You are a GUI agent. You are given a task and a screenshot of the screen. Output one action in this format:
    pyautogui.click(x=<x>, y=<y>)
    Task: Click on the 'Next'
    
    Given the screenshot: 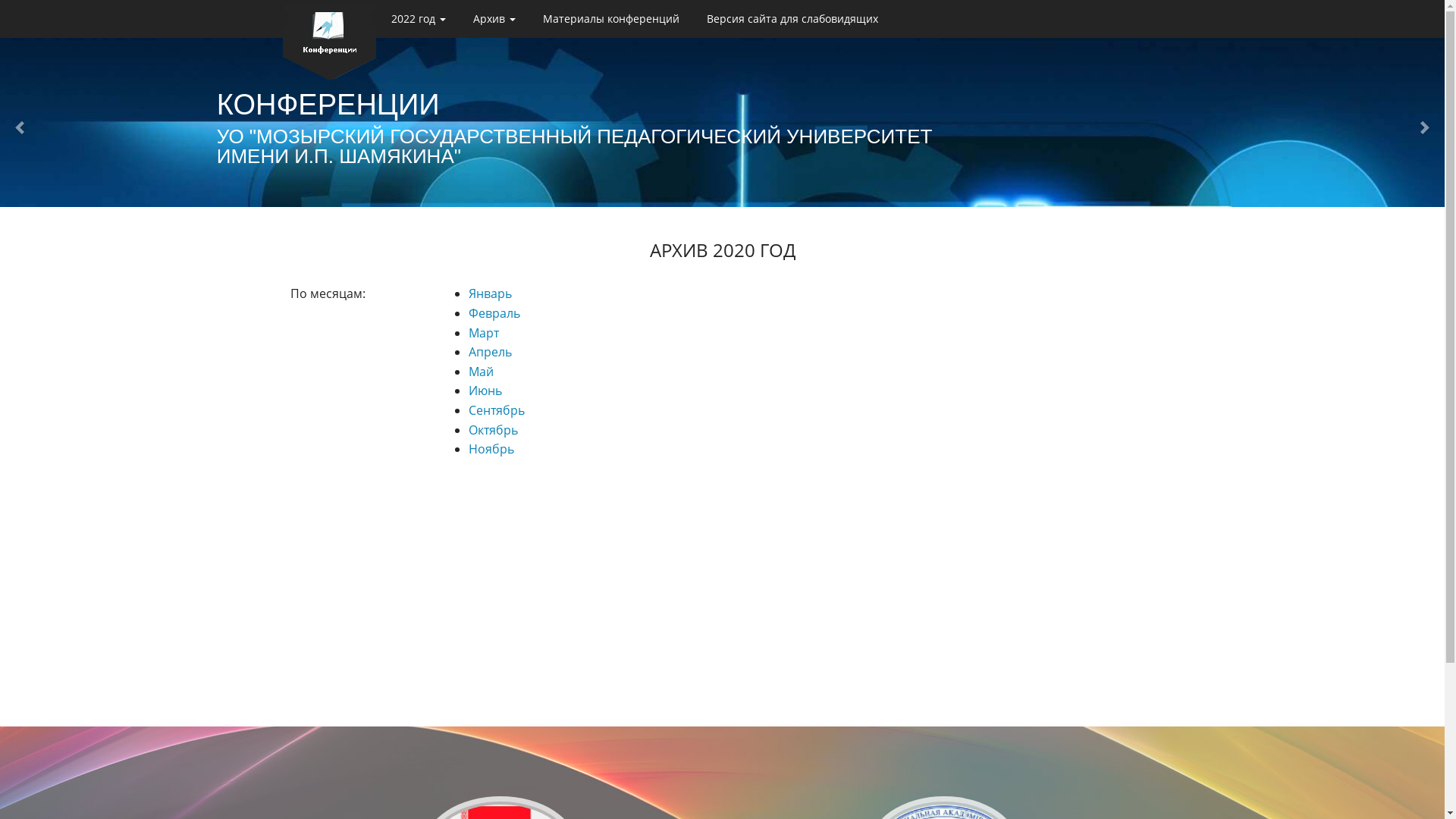 What is the action you would take?
    pyautogui.click(x=1426, y=126)
    